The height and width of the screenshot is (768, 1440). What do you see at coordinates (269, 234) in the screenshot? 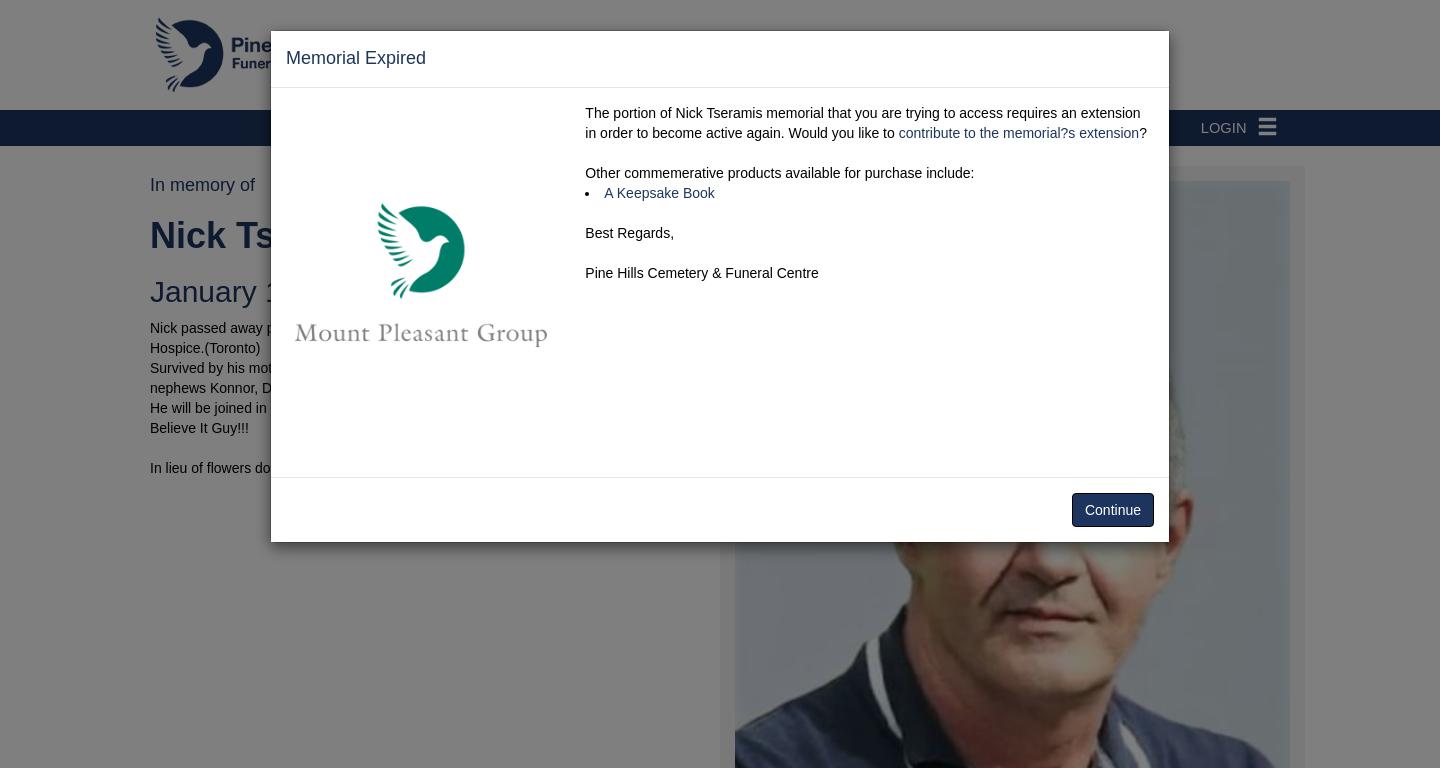
I see `'Nick Tseramis'` at bounding box center [269, 234].